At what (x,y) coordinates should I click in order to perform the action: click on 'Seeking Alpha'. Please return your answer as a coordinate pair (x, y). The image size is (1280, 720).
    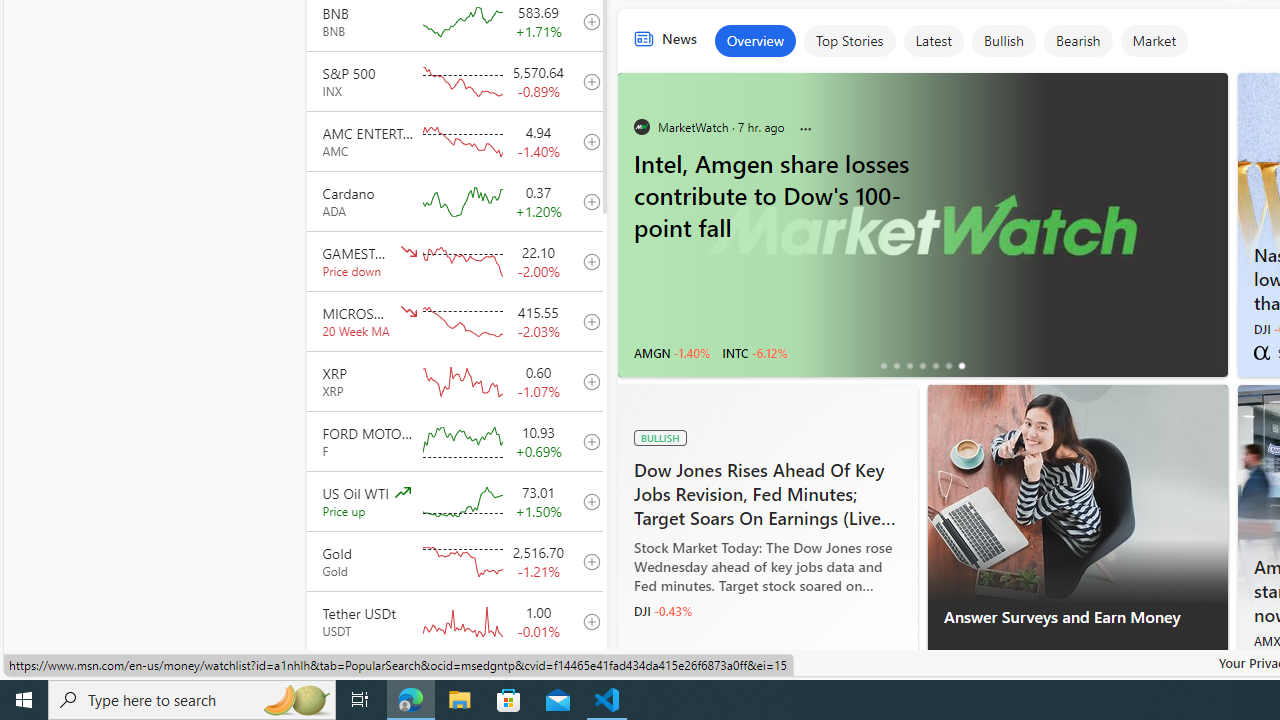
    Looking at the image, I should click on (1260, 351).